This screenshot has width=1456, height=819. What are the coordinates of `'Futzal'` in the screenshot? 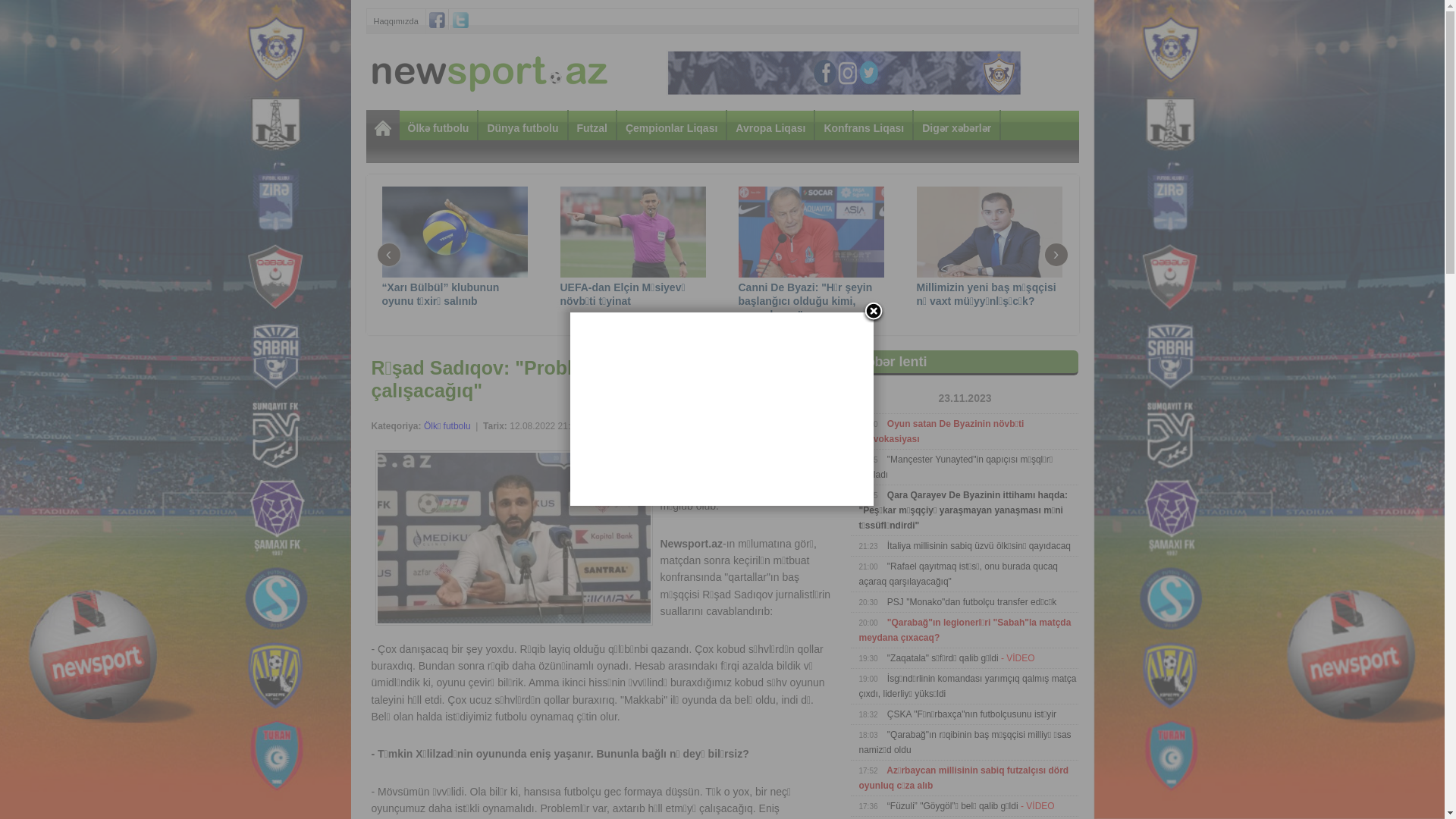 It's located at (591, 127).